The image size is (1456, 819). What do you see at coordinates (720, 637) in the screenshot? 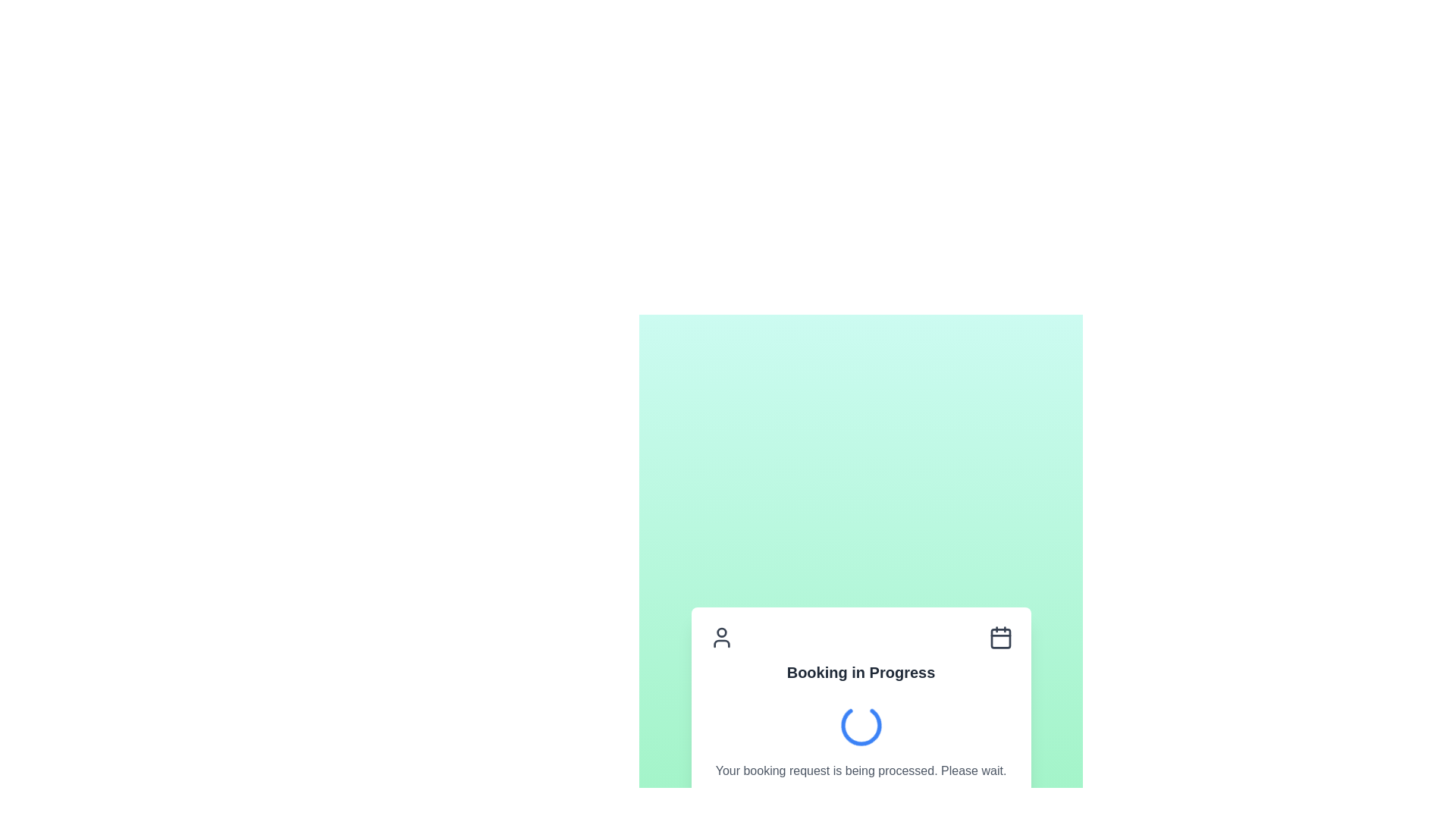
I see `the user-related SVG icon located at the top of the card-like interface` at bounding box center [720, 637].